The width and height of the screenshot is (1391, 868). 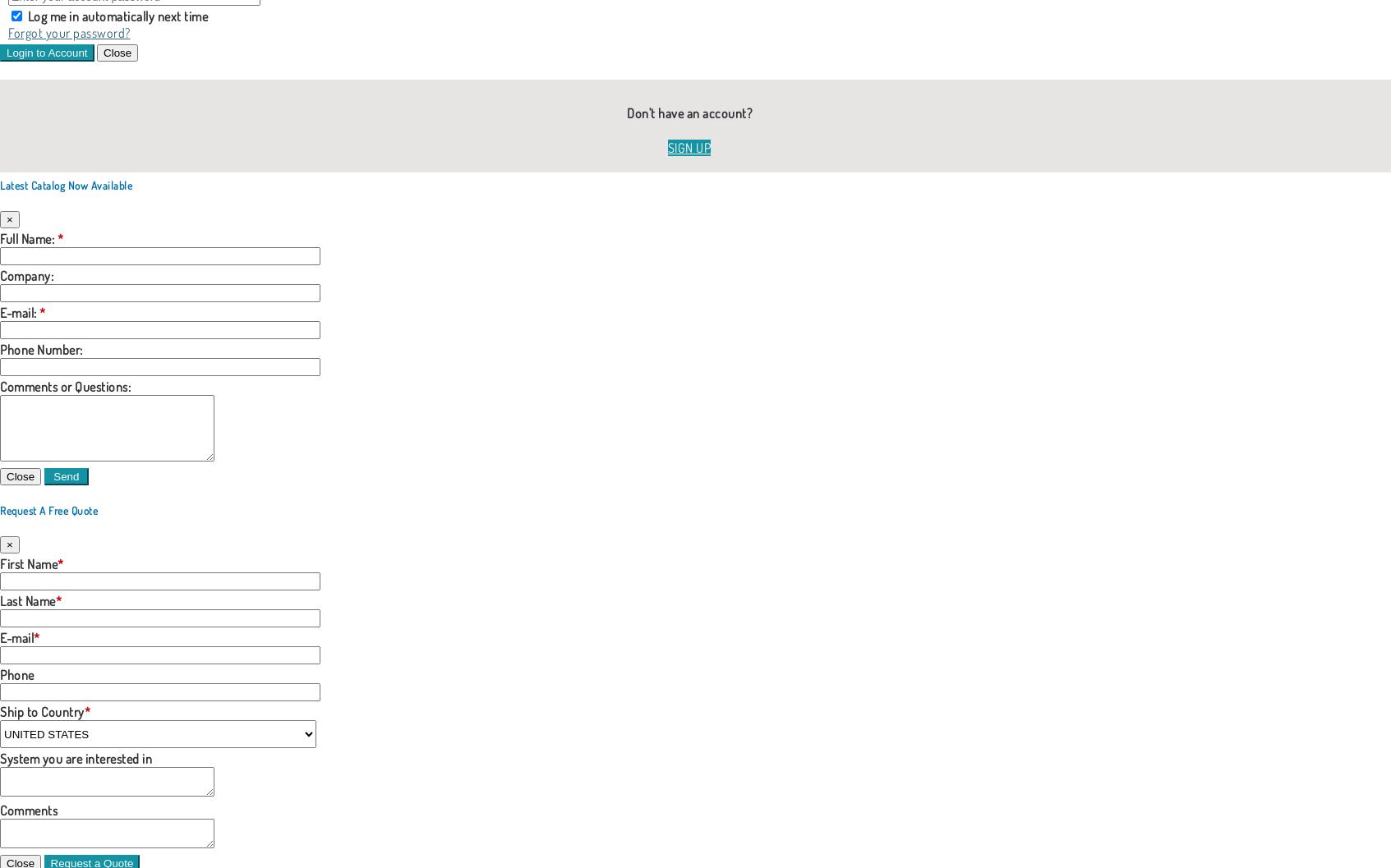 What do you see at coordinates (688, 146) in the screenshot?
I see `'SIGN UP'` at bounding box center [688, 146].